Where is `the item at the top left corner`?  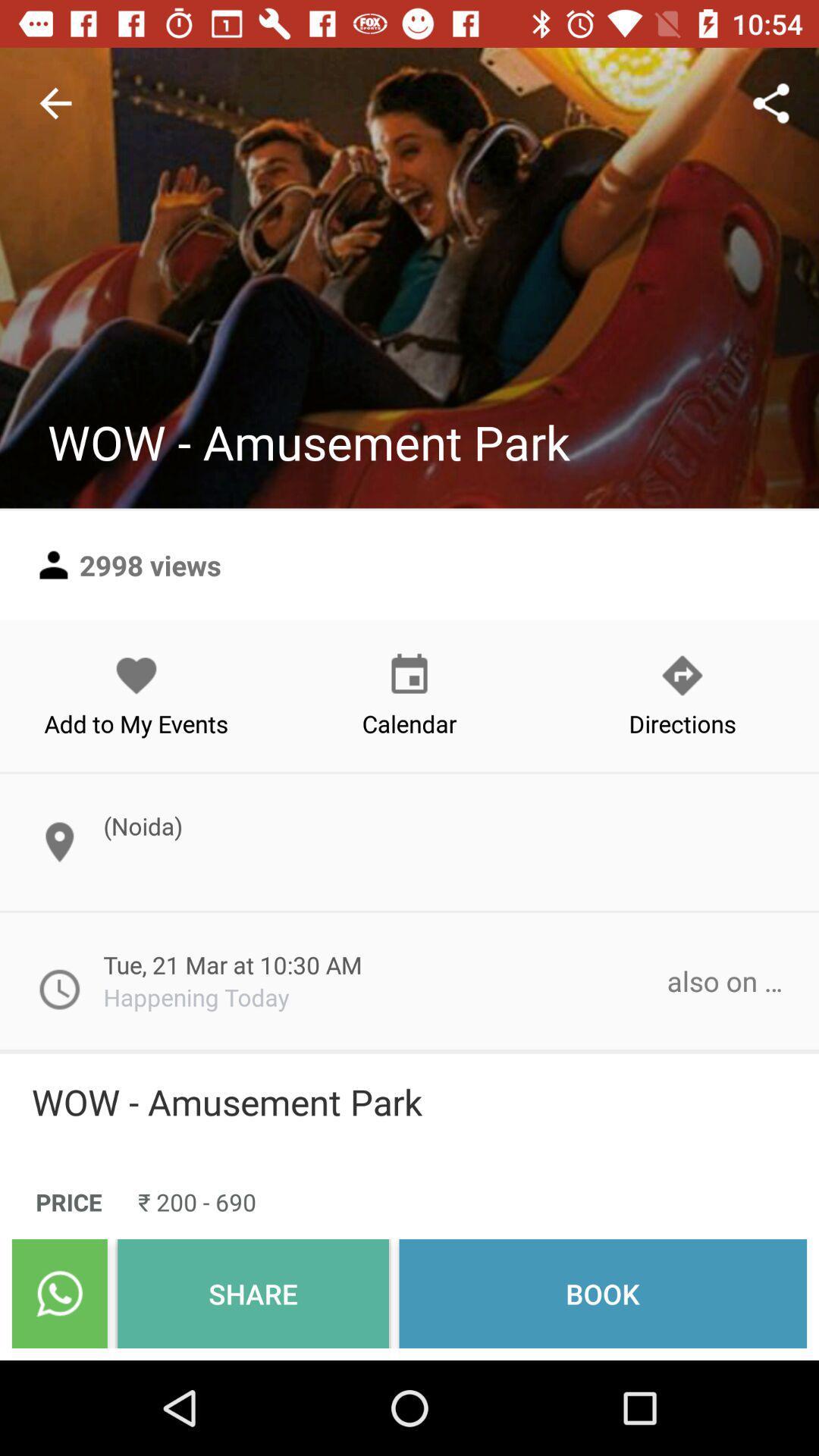
the item at the top left corner is located at coordinates (55, 102).